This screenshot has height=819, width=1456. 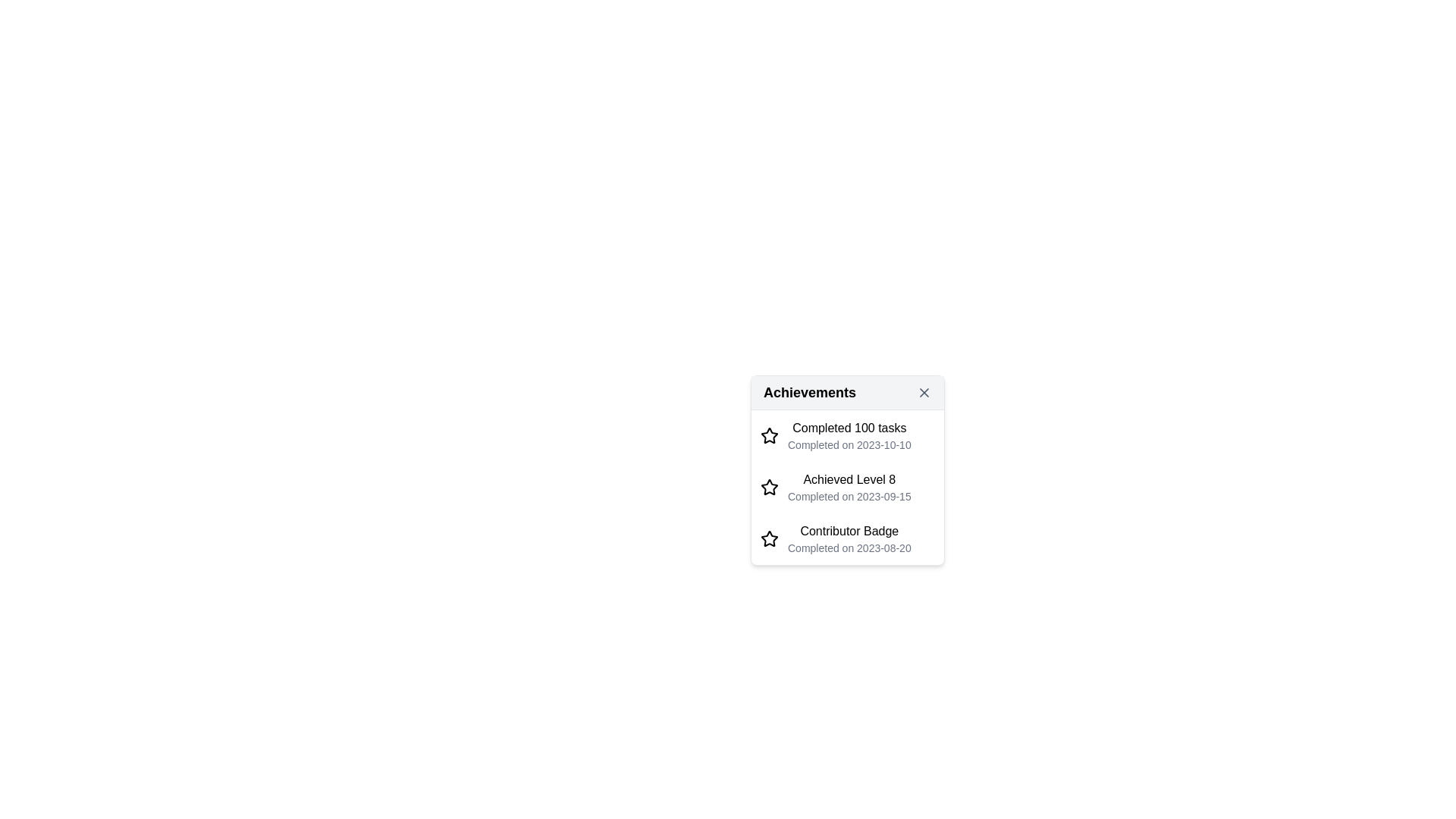 What do you see at coordinates (849, 530) in the screenshot?
I see `the 'Contributor Badge' achievement label, which is the heading text of the third item in the vertical list of achievements` at bounding box center [849, 530].